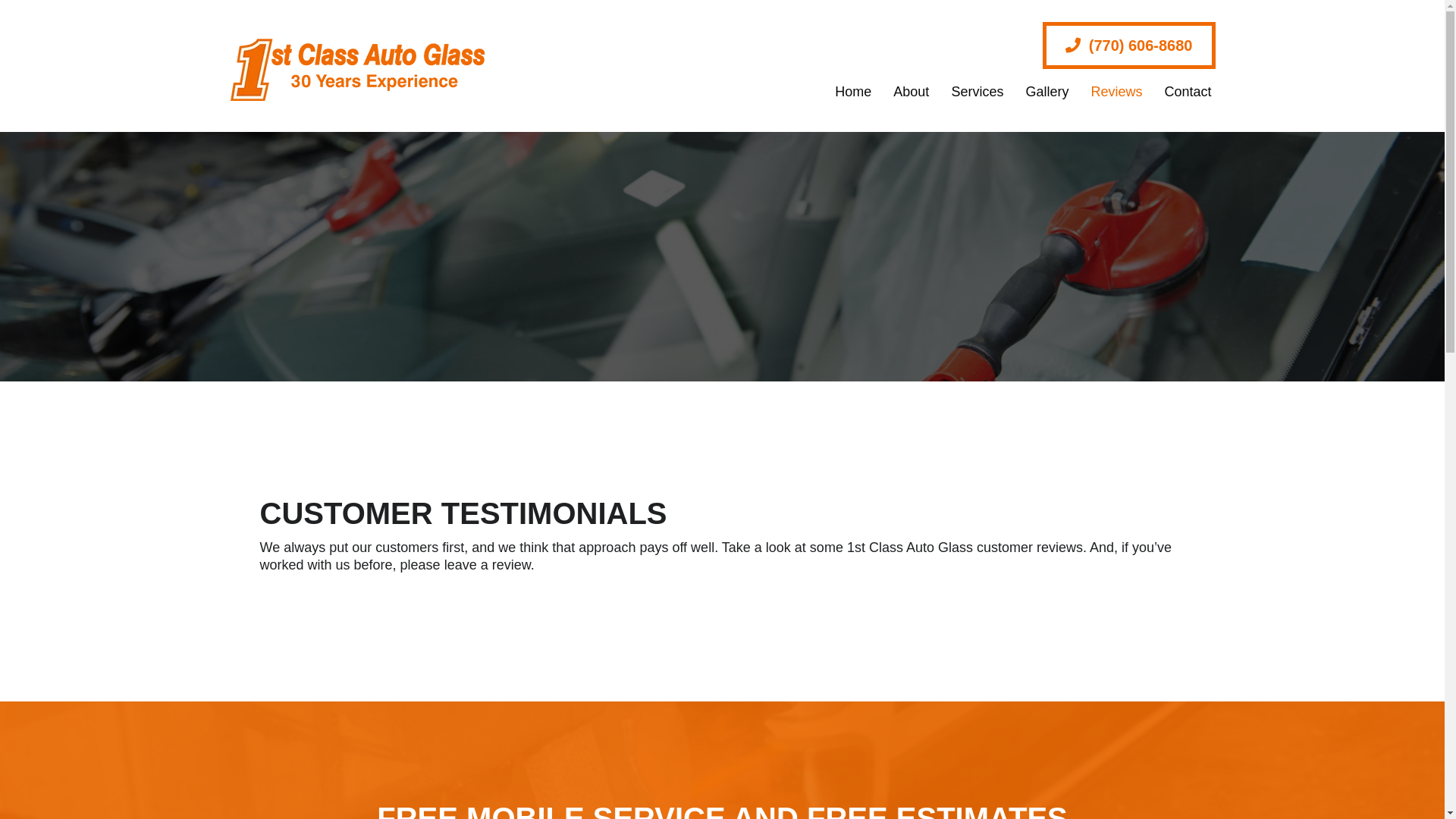 This screenshot has height=819, width=1456. What do you see at coordinates (0, 0) in the screenshot?
I see `'Skip to content'` at bounding box center [0, 0].